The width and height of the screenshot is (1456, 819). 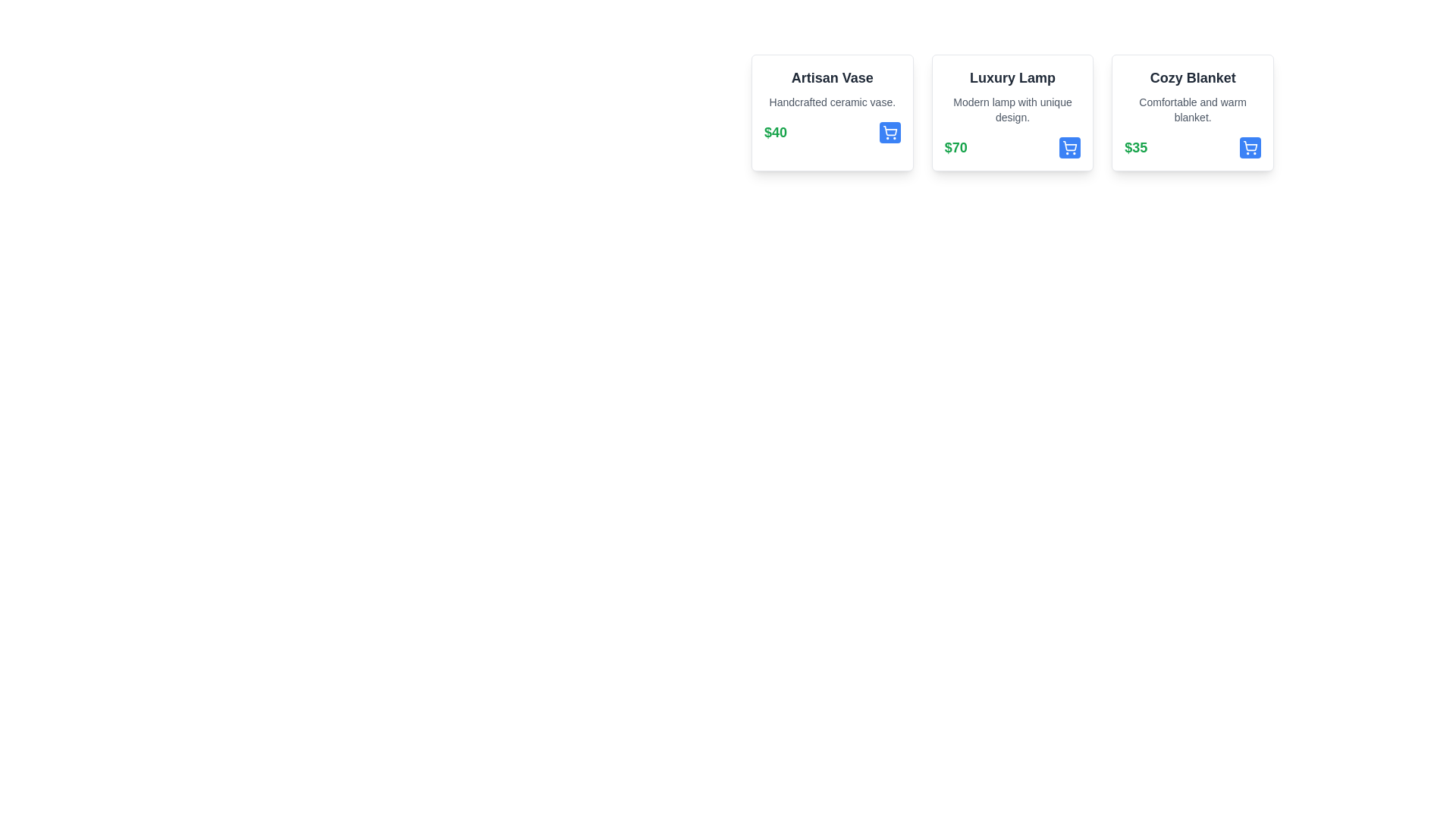 What do you see at coordinates (1192, 112) in the screenshot?
I see `the 'Cozy Blanket' product card, which is the third card in a grid layout with rounded corners and a drop shadow` at bounding box center [1192, 112].